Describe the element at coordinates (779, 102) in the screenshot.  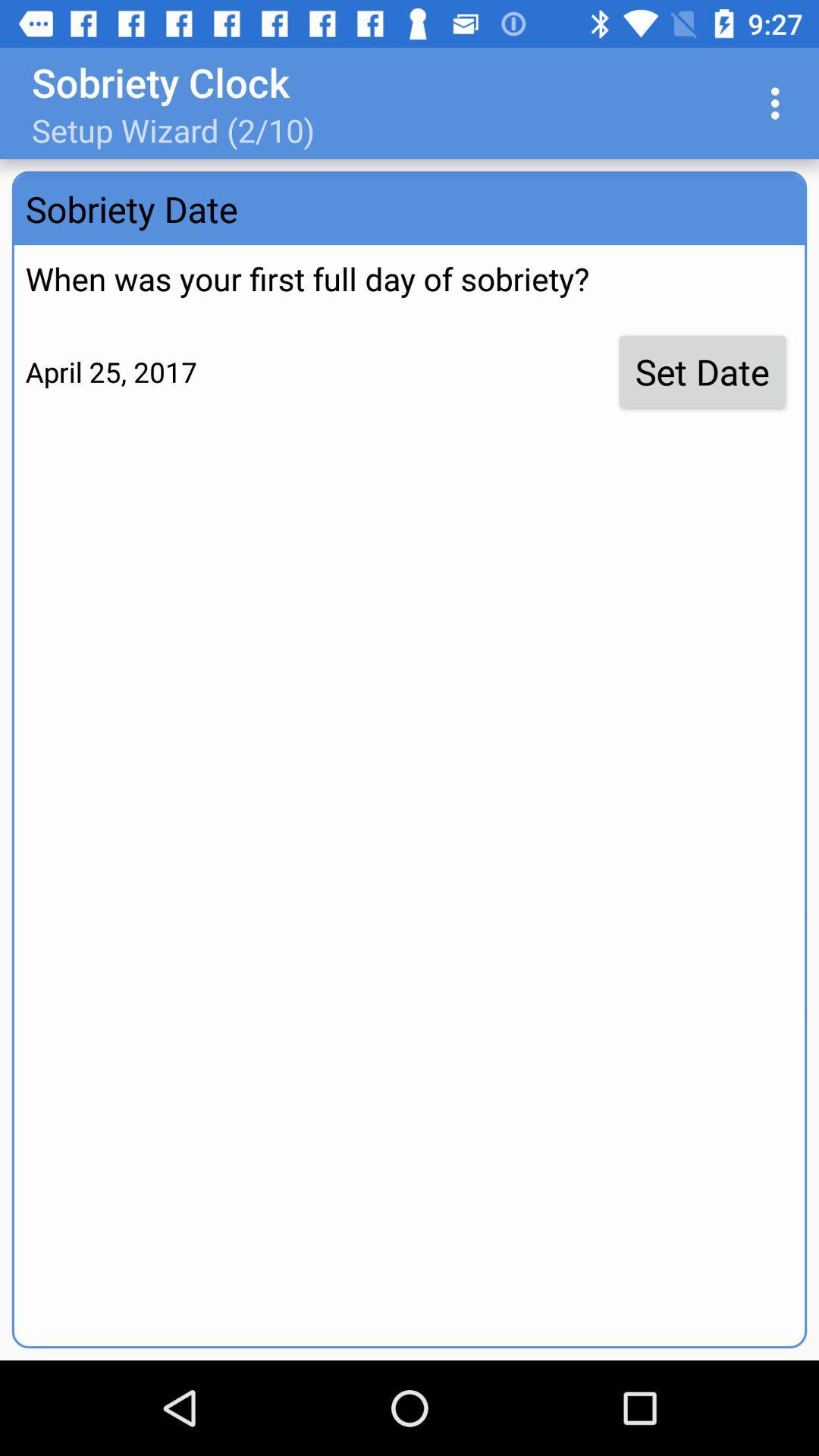
I see `app to the right of the setup wizard 2 app` at that location.